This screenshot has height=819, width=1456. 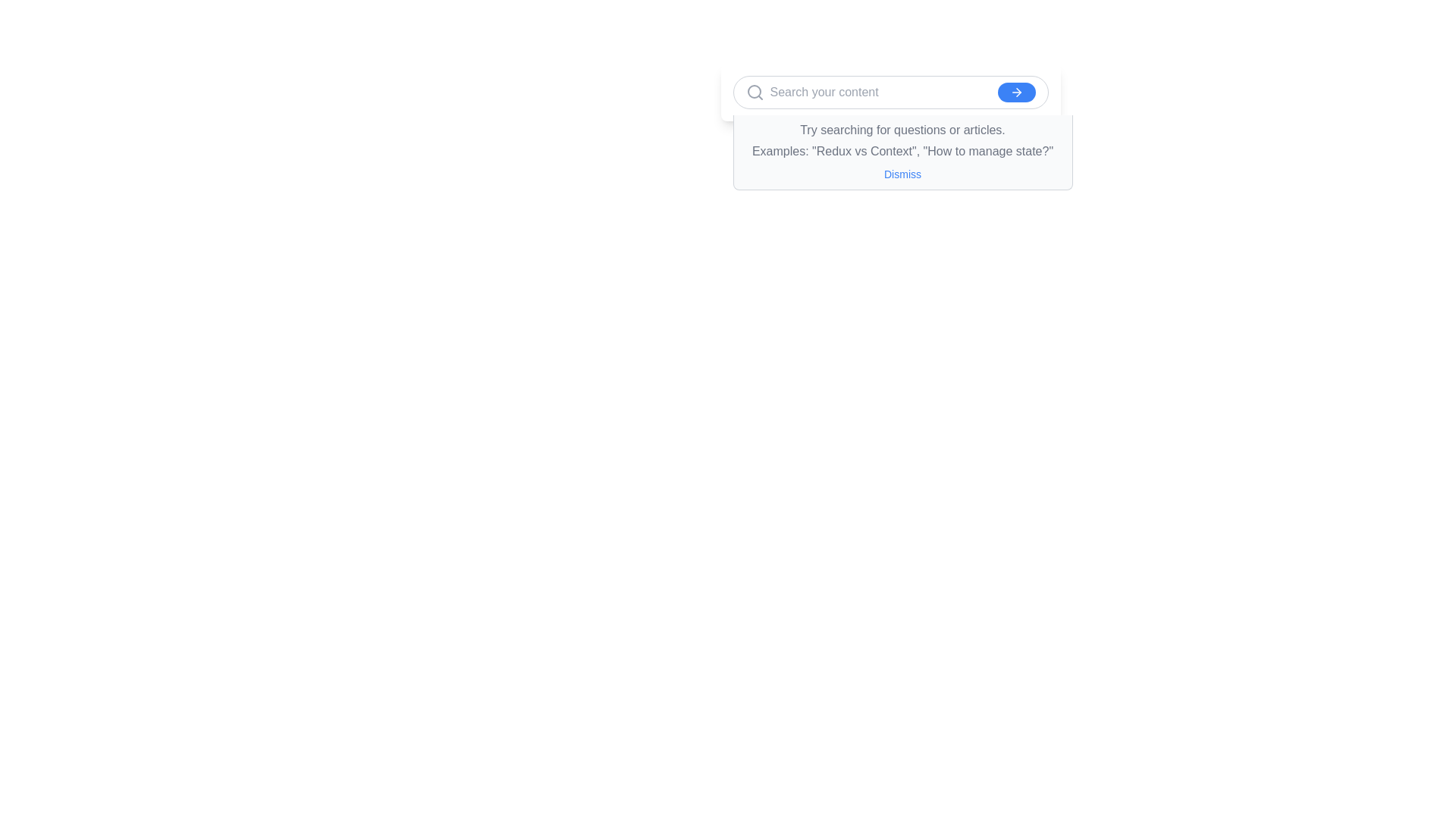 What do you see at coordinates (1016, 93) in the screenshot?
I see `the submission button located at the right end of the search bar` at bounding box center [1016, 93].